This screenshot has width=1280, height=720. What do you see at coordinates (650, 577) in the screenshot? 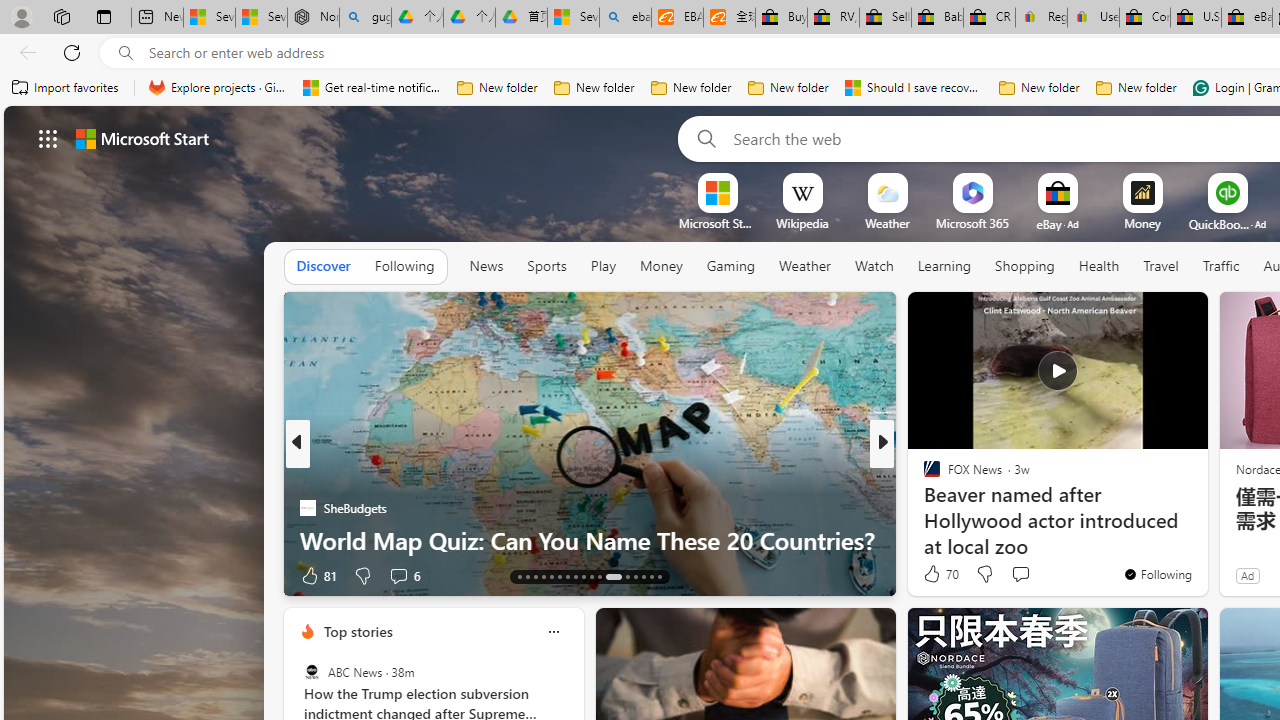
I see `'AutomationID: tab-34'` at bounding box center [650, 577].